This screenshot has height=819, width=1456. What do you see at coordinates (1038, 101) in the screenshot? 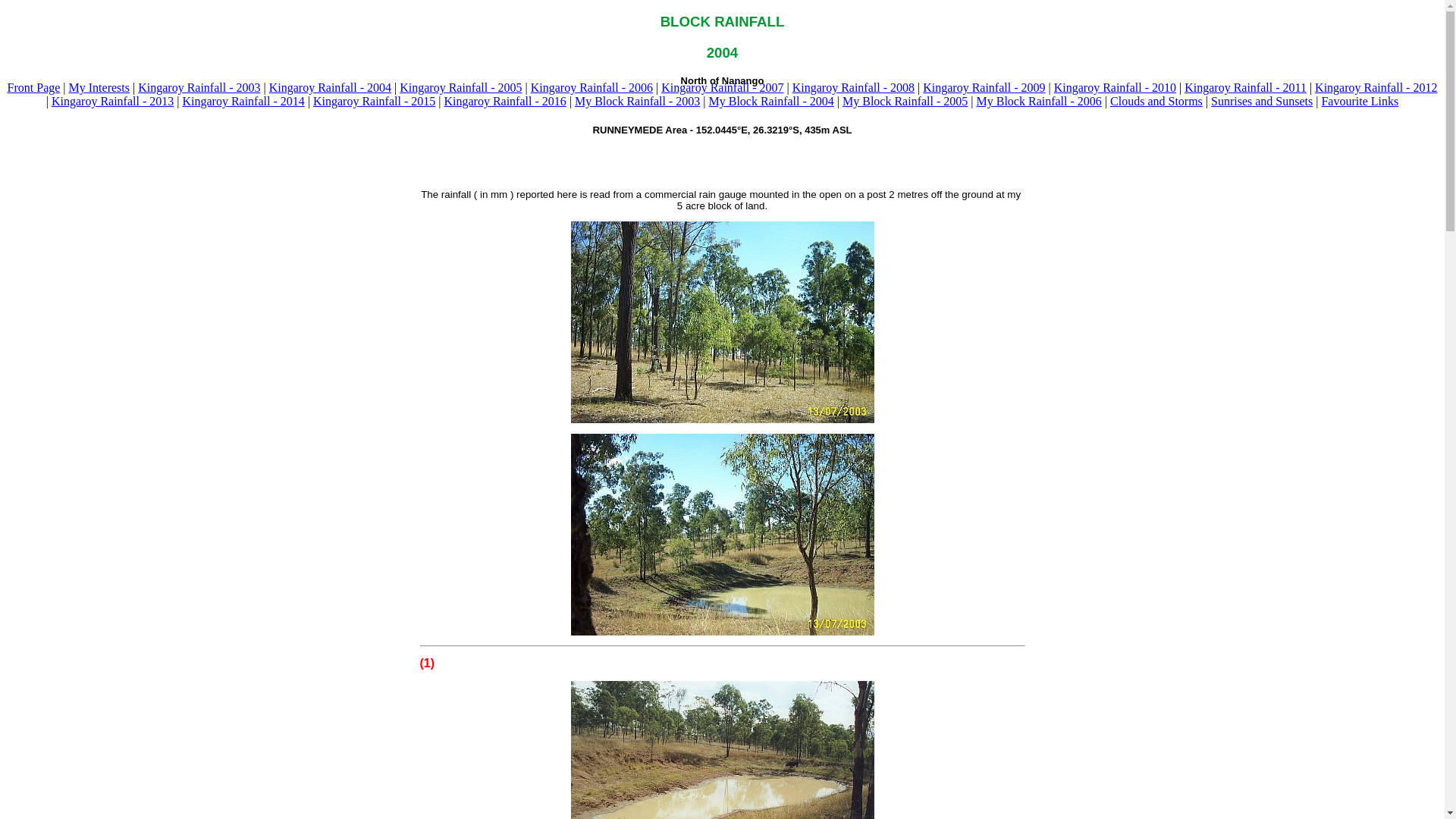
I see `'My Block Rainfall - 2006'` at bounding box center [1038, 101].